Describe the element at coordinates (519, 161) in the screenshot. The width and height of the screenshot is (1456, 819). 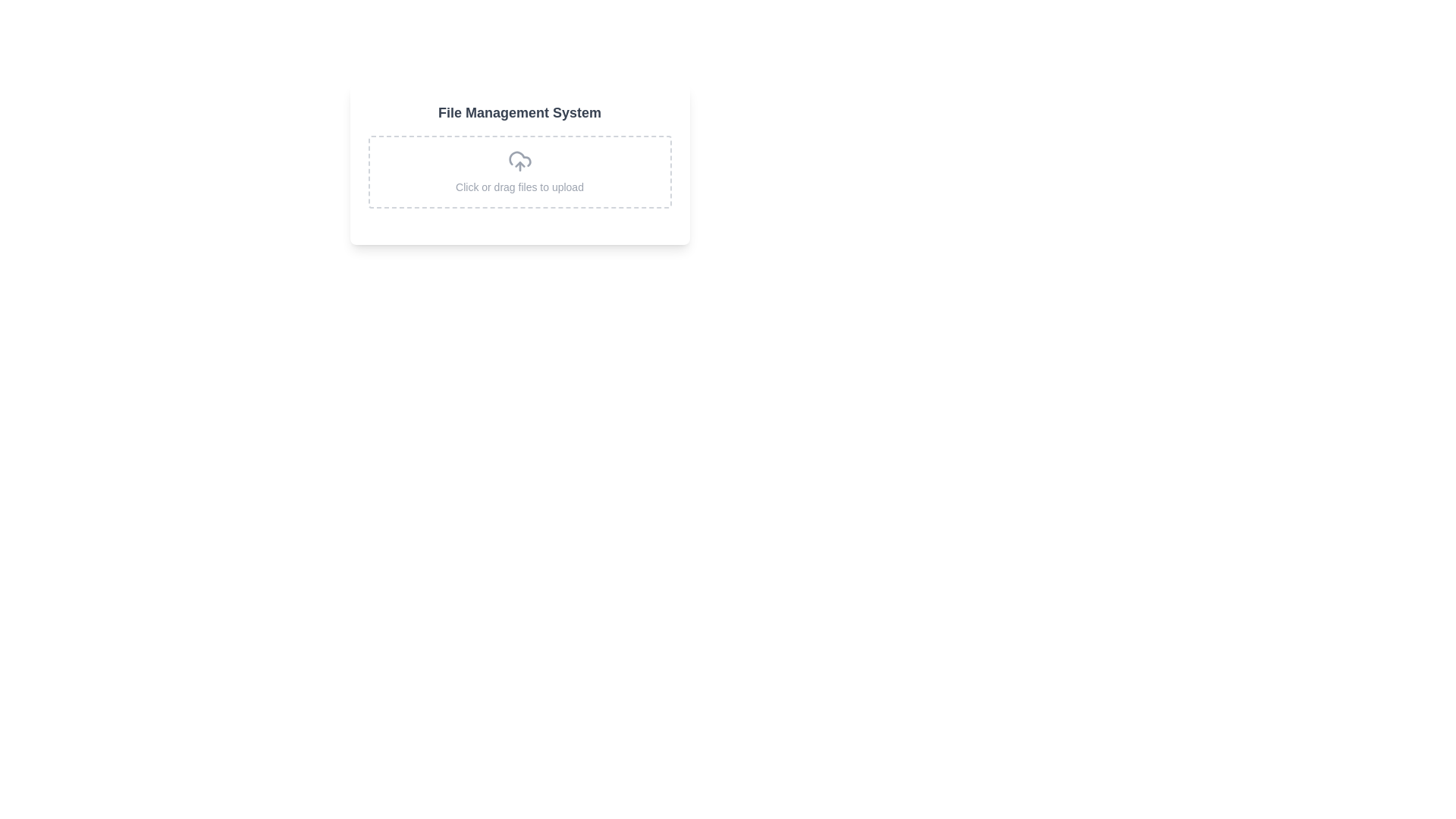
I see `the cloud upload icon, which is centrally positioned within the bordered rectangle labeled 'Click or drag files to upload'` at that location.